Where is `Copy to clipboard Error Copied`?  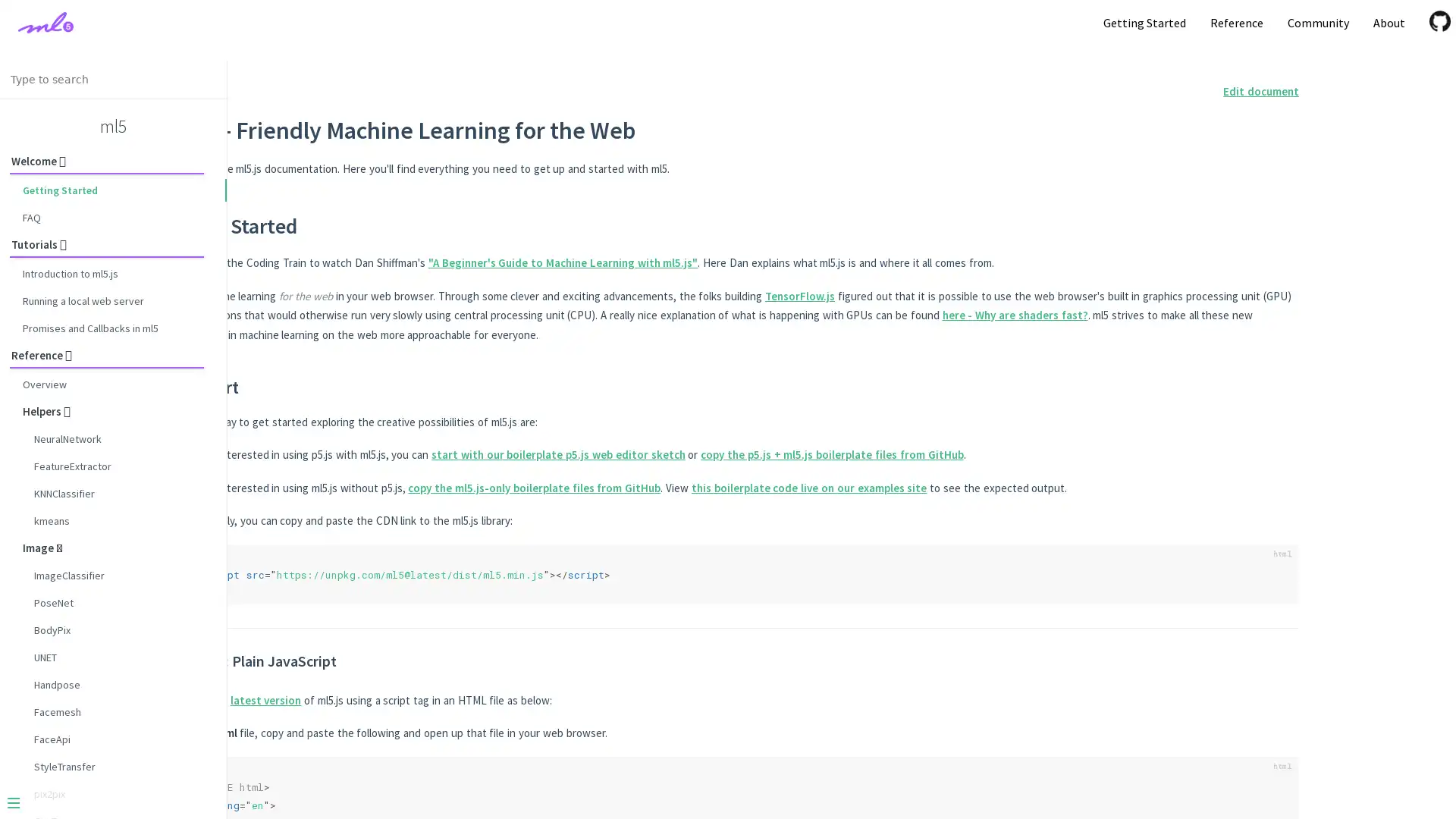 Copy to clipboard Error Copied is located at coordinates (1262, 770).